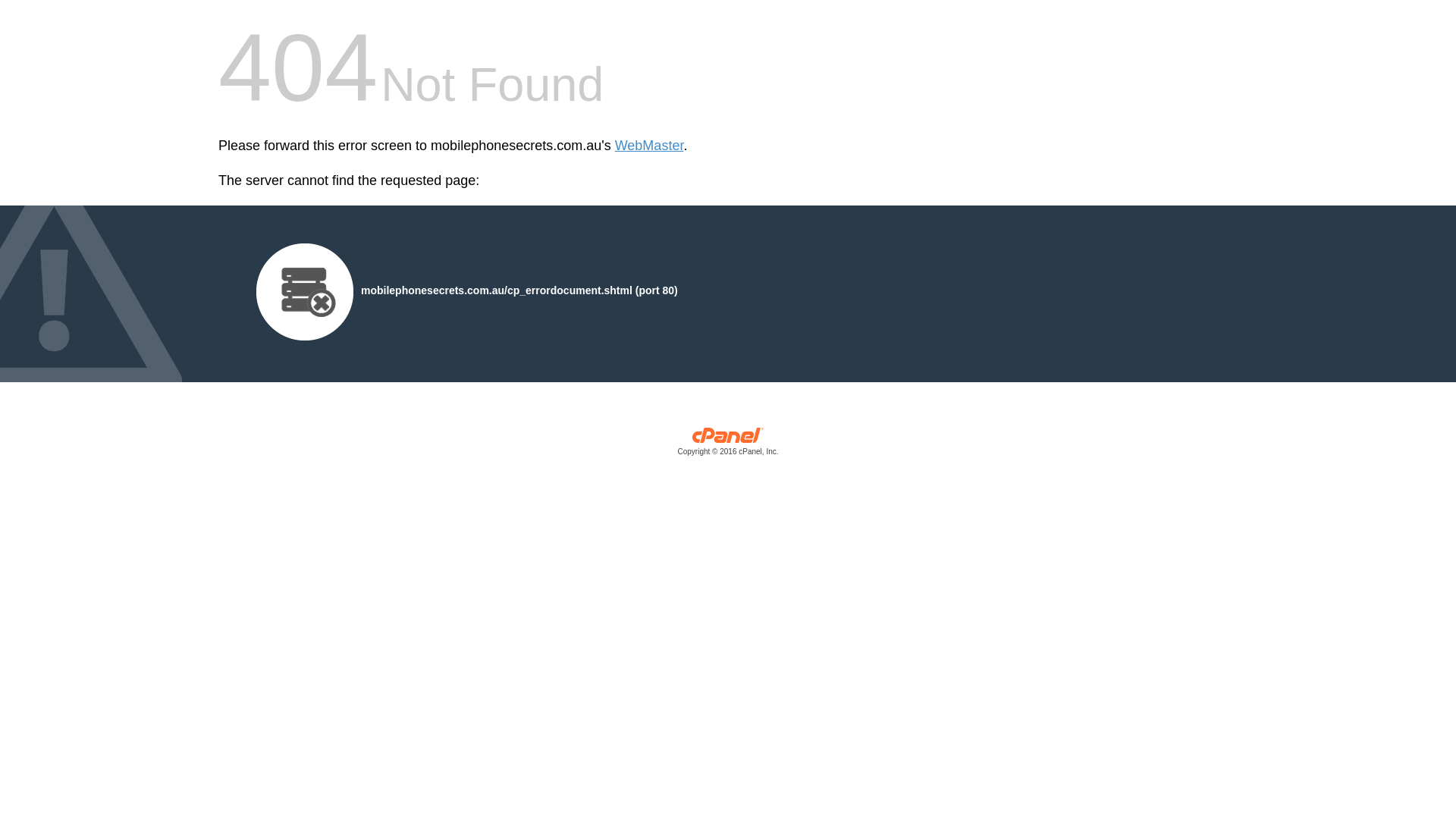  Describe the element at coordinates (615, 146) in the screenshot. I see `'WebMaster'` at that location.